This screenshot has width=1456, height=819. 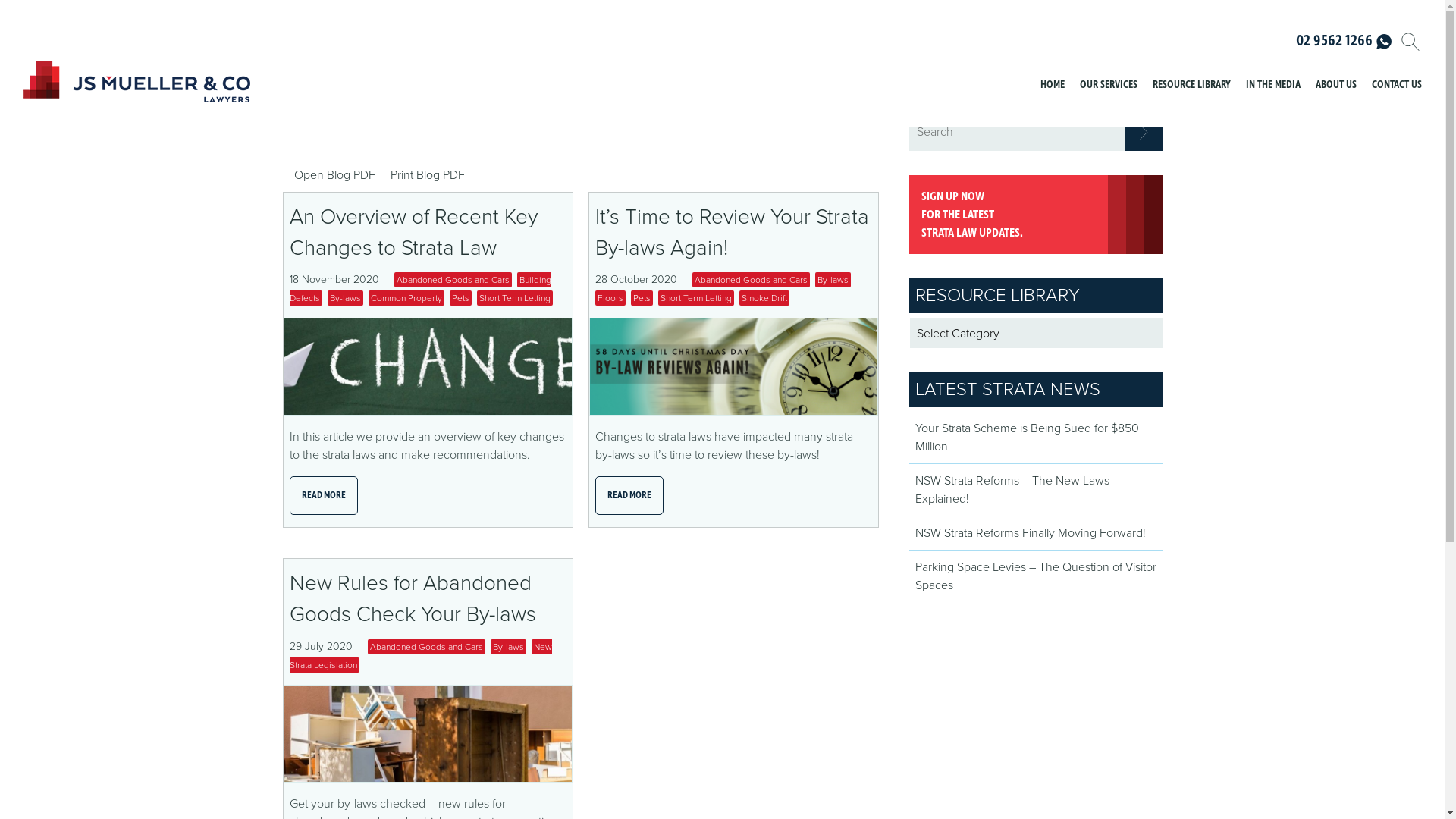 What do you see at coordinates (1079, 86) in the screenshot?
I see `'OUR SERVICES'` at bounding box center [1079, 86].